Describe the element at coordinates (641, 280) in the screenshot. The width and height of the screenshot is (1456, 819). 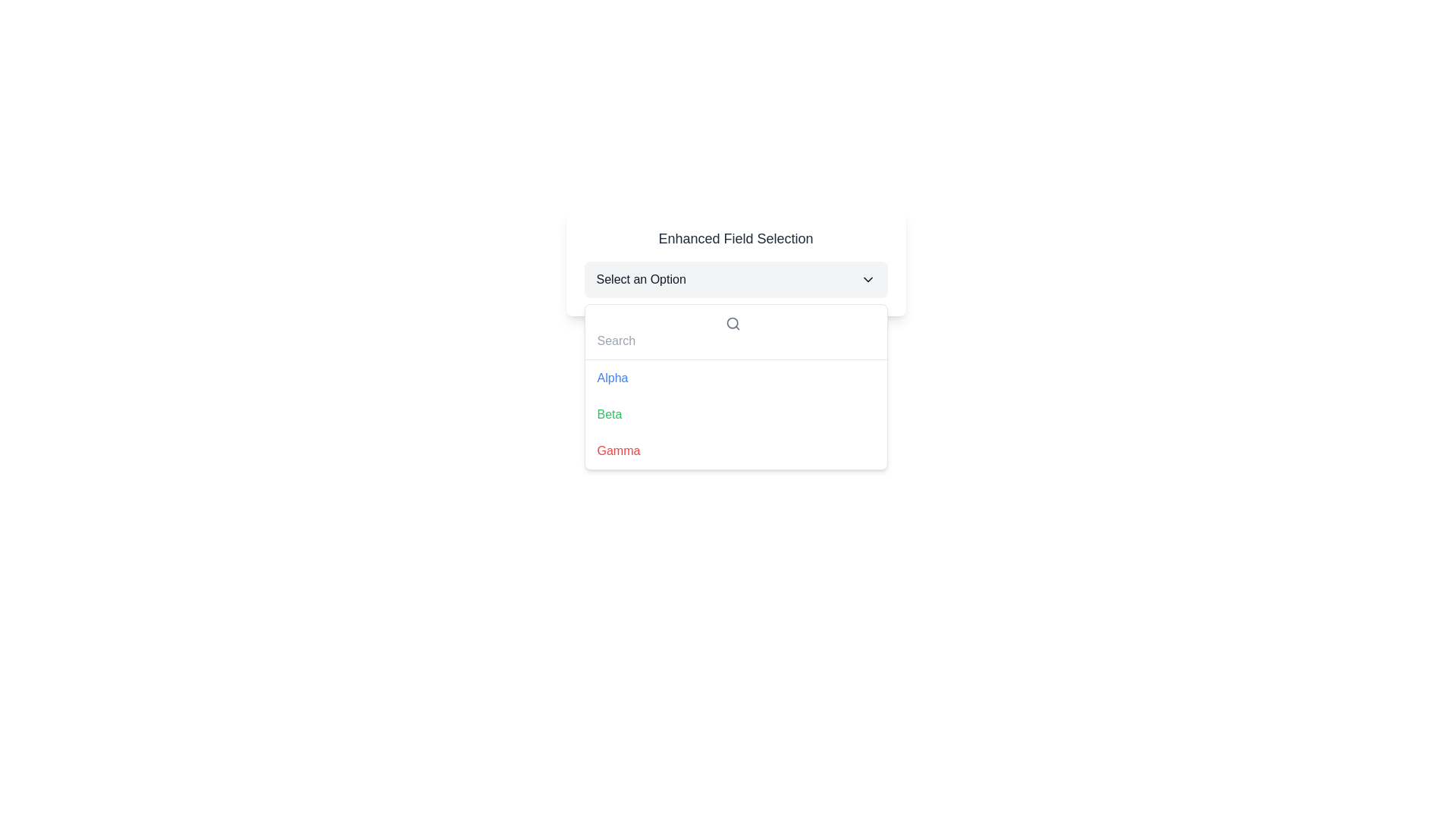
I see `the text label that serves as a placeholder for the drop-down menu, located in the top section of the interface next to a chevron-down icon` at that location.